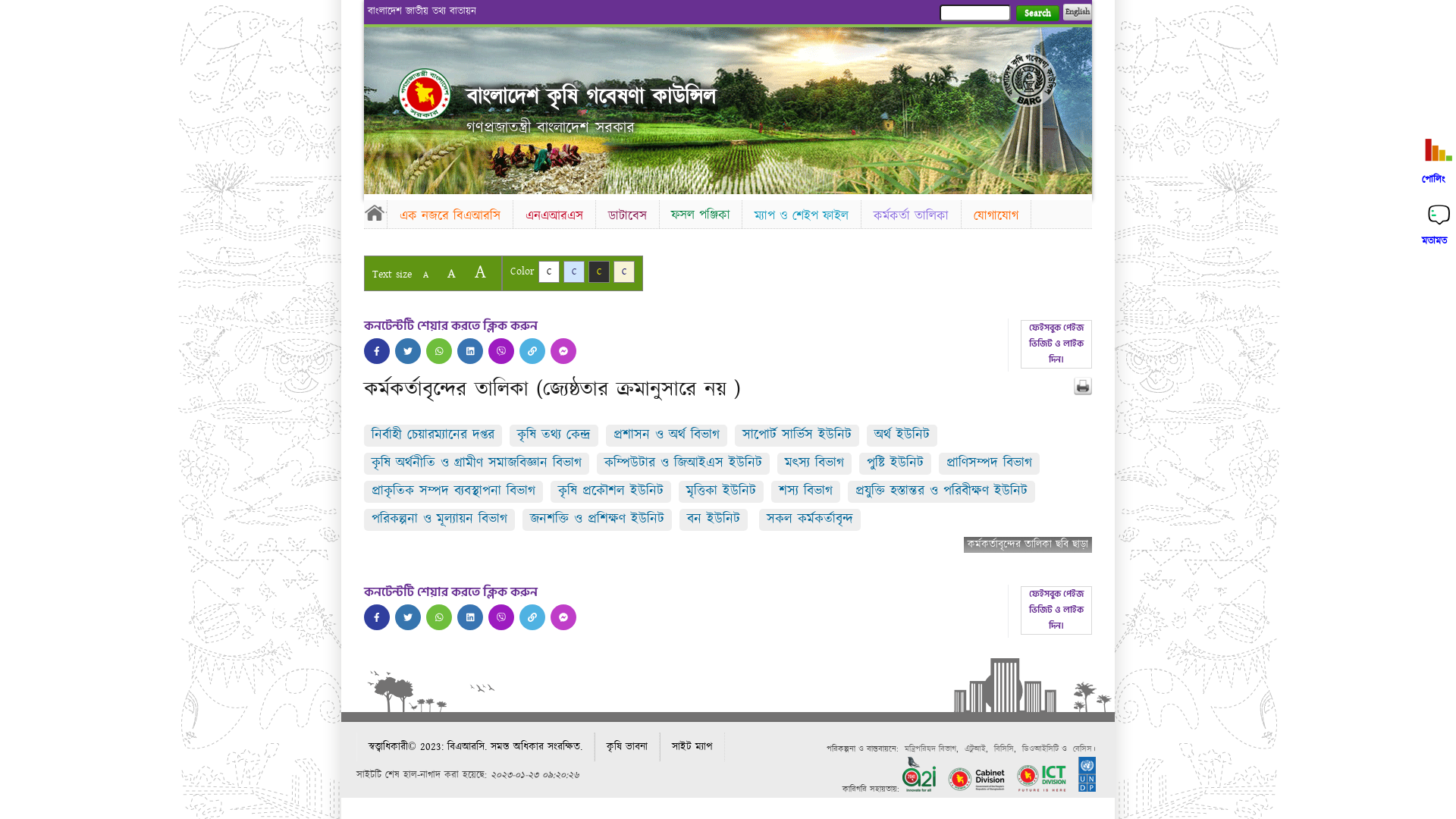  Describe the element at coordinates (479, 271) in the screenshot. I see `'A'` at that location.